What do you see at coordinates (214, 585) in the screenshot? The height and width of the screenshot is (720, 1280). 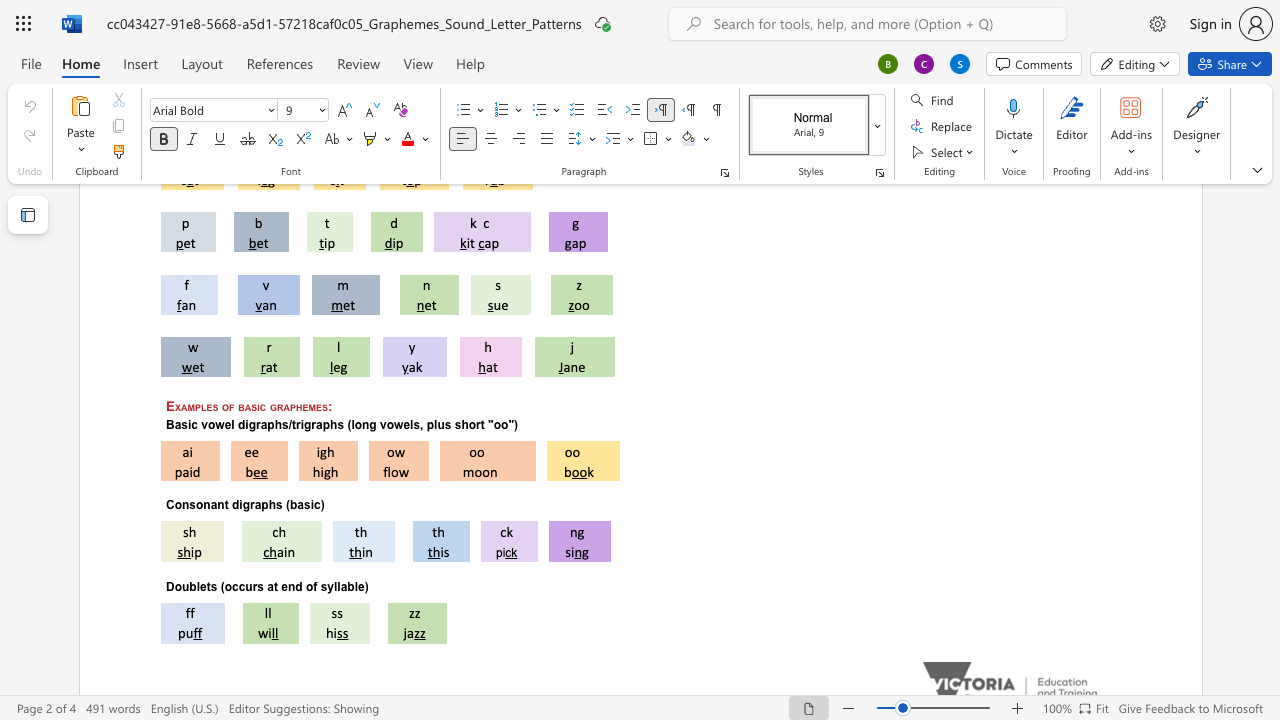 I see `the 1th character "s" in the text` at bounding box center [214, 585].